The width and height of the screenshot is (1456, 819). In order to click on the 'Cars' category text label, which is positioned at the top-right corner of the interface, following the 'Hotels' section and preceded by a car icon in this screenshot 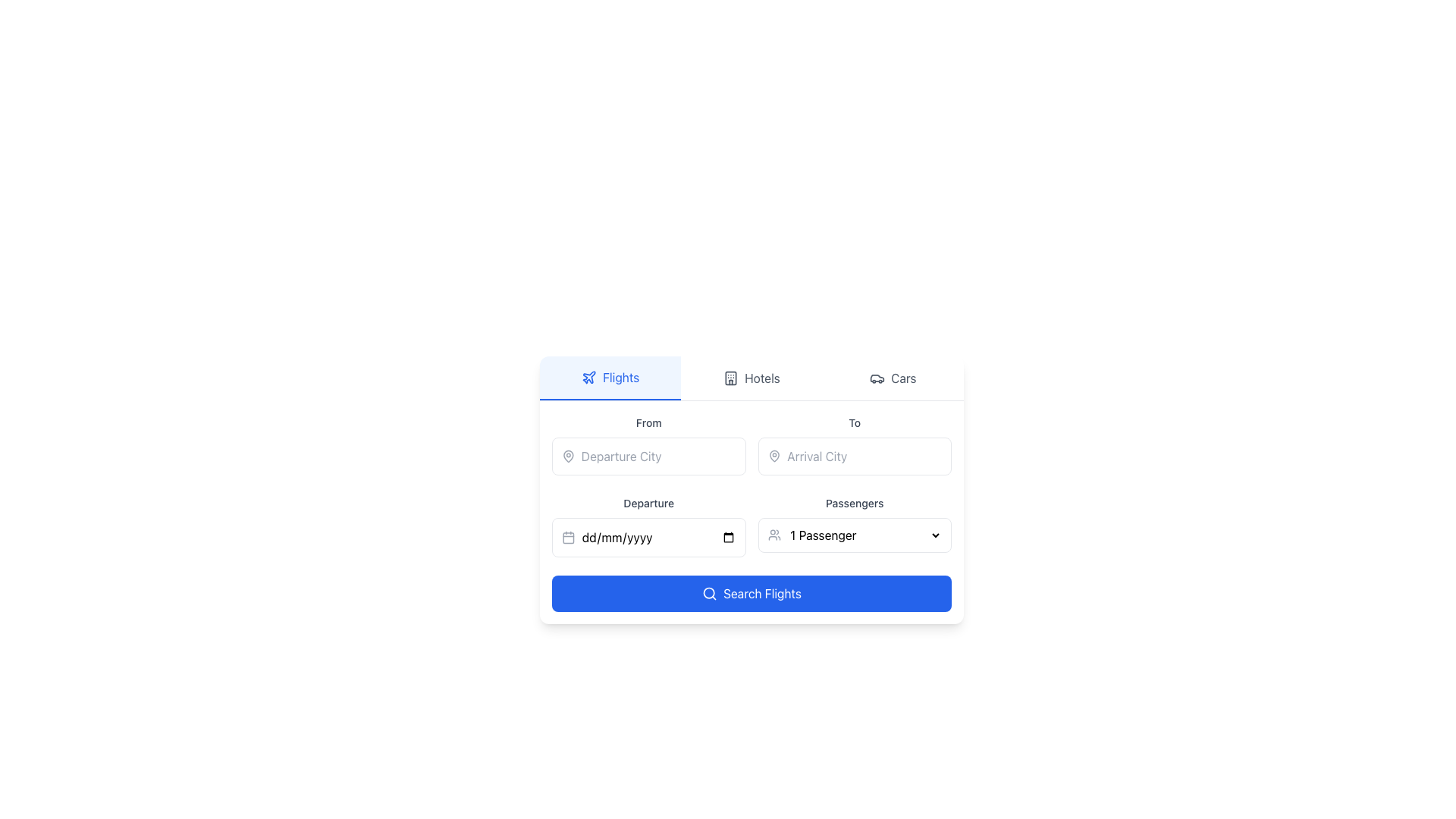, I will do `click(903, 377)`.